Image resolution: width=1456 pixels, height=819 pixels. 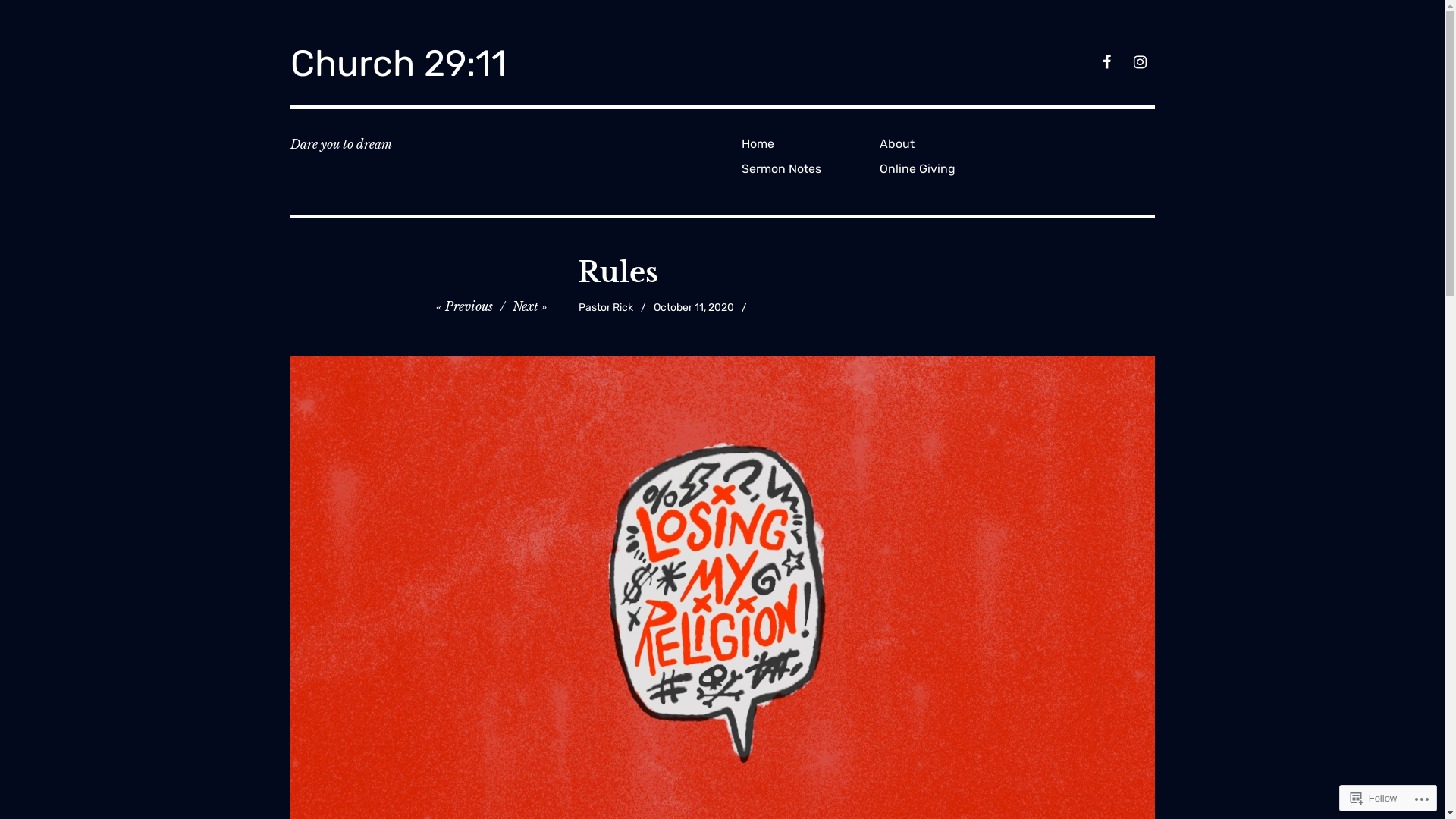 What do you see at coordinates (942, 143) in the screenshot?
I see `'About'` at bounding box center [942, 143].